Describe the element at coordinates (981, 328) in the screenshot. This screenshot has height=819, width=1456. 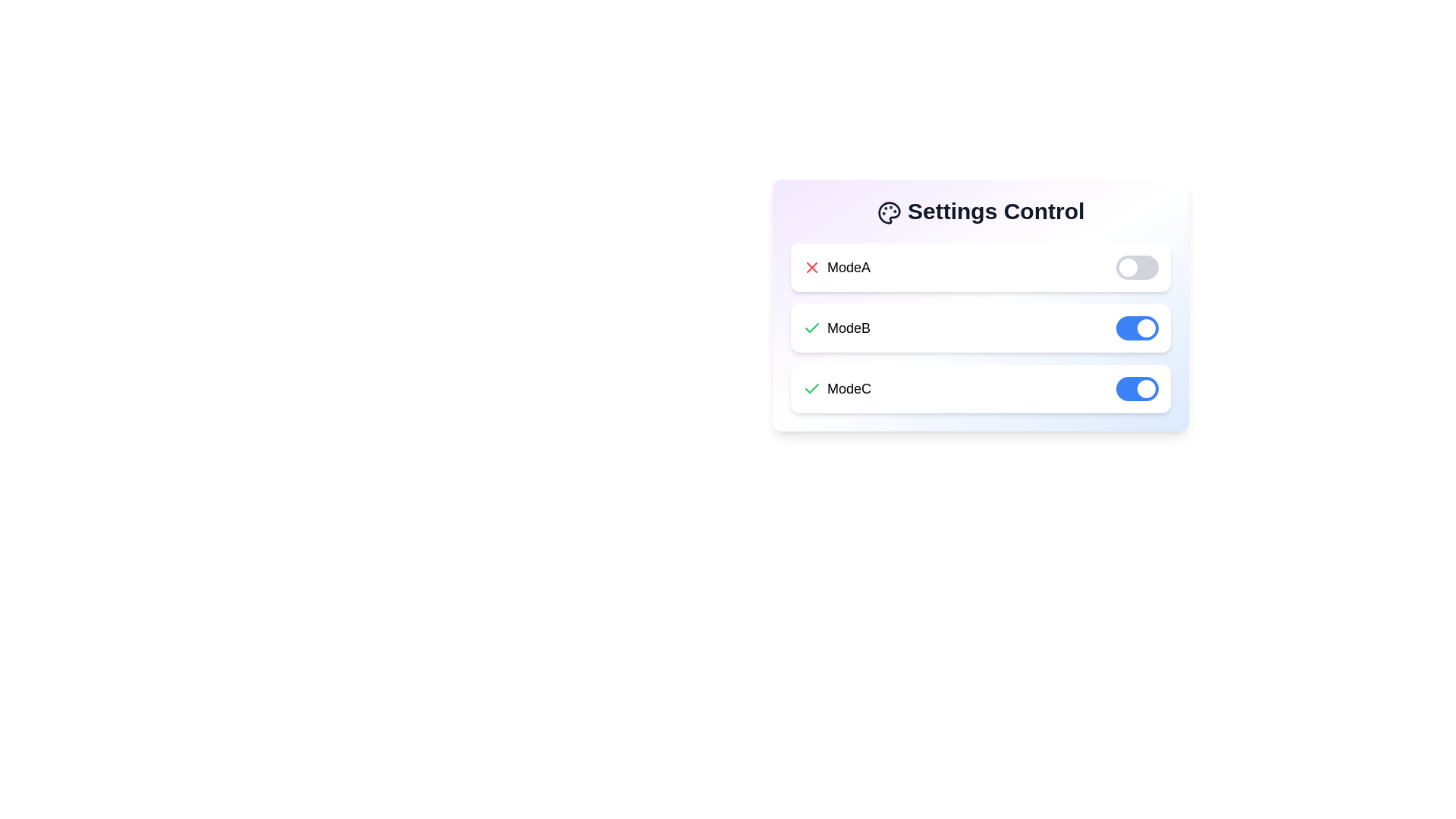
I see `the active 'ModeB' toggle button of the Selectable mode item` at that location.